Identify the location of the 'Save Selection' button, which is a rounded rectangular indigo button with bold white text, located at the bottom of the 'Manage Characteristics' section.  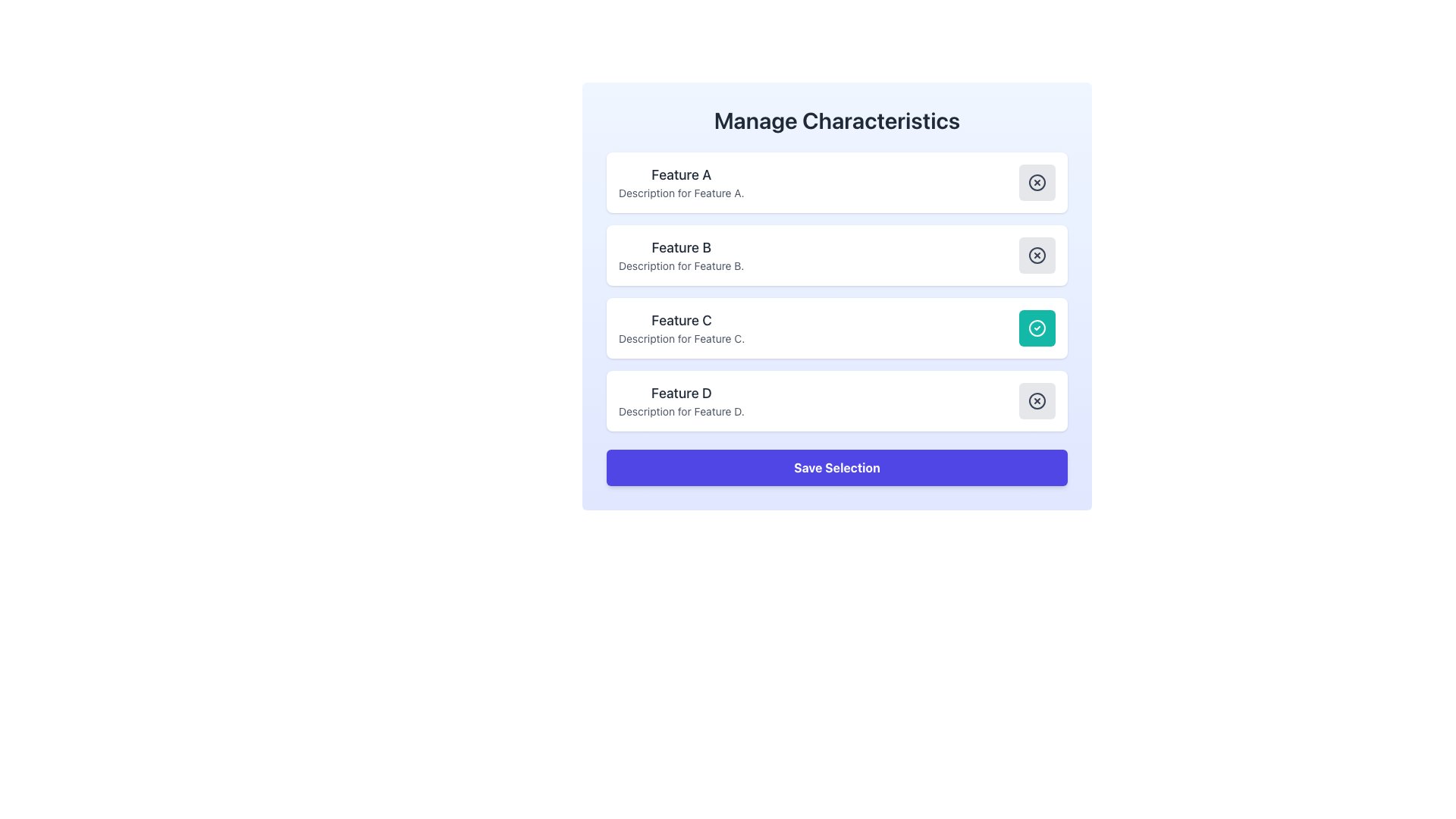
(836, 467).